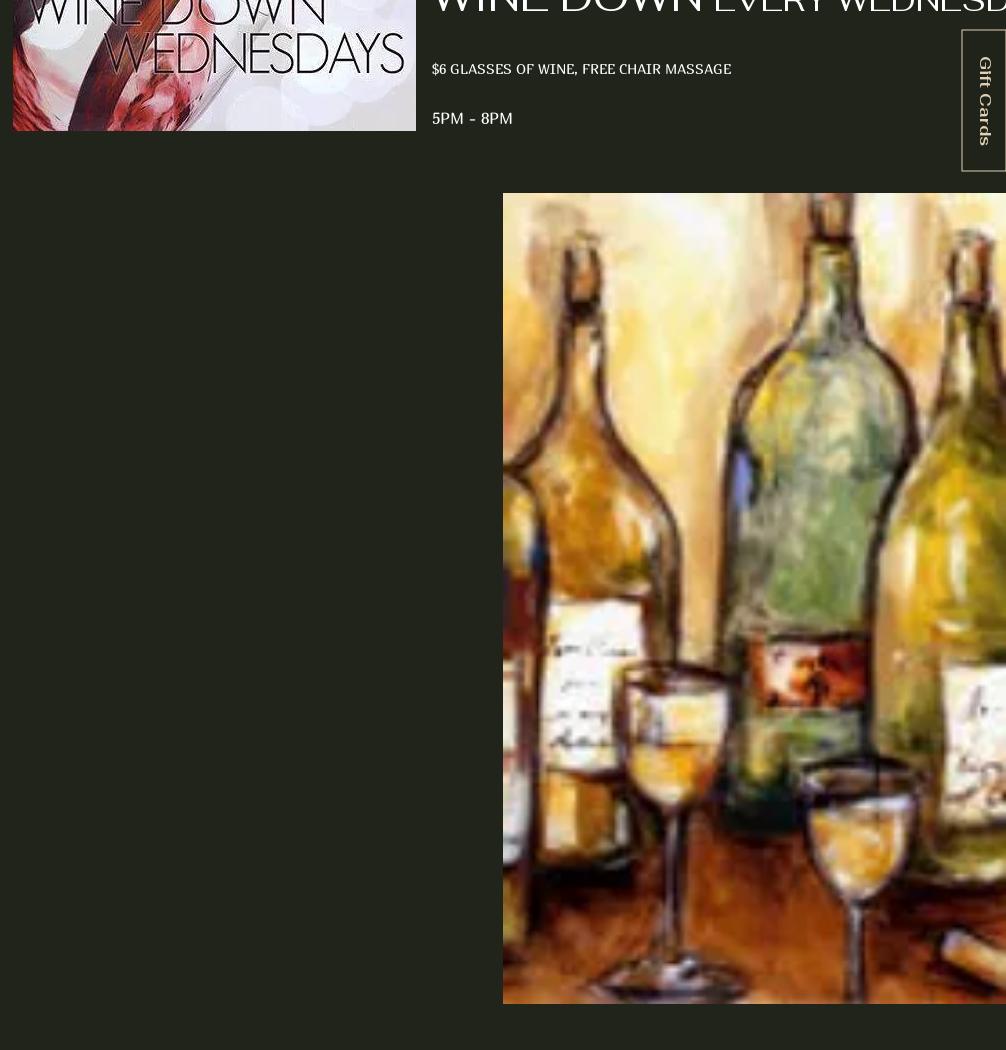  Describe the element at coordinates (223, 631) in the screenshot. I see `'By reservation only. Reservation fee is non-refundable.'` at that location.